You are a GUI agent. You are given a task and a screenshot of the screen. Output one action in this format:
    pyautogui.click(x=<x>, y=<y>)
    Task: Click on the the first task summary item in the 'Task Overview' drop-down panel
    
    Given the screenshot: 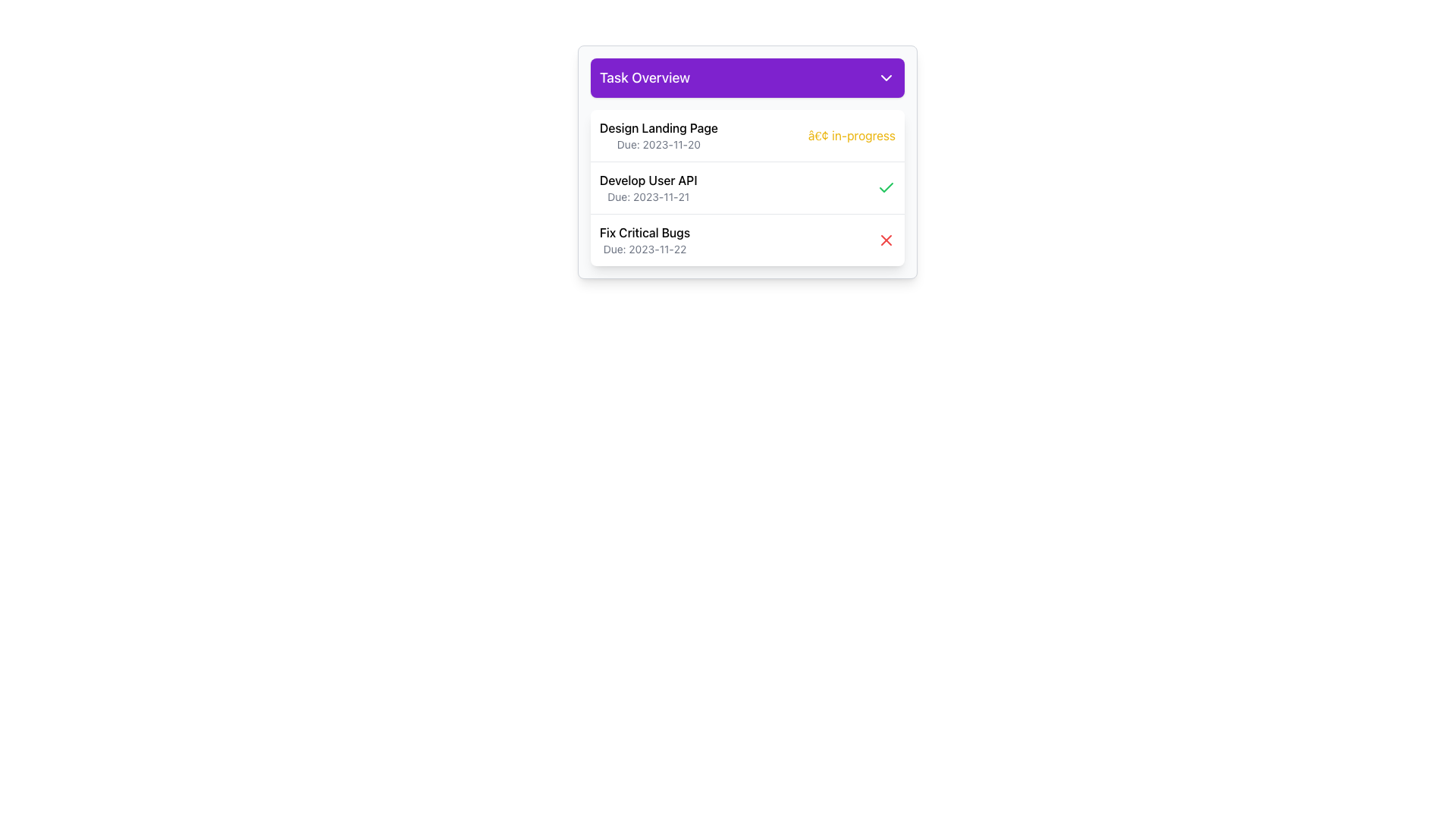 What is the action you would take?
    pyautogui.click(x=747, y=134)
    